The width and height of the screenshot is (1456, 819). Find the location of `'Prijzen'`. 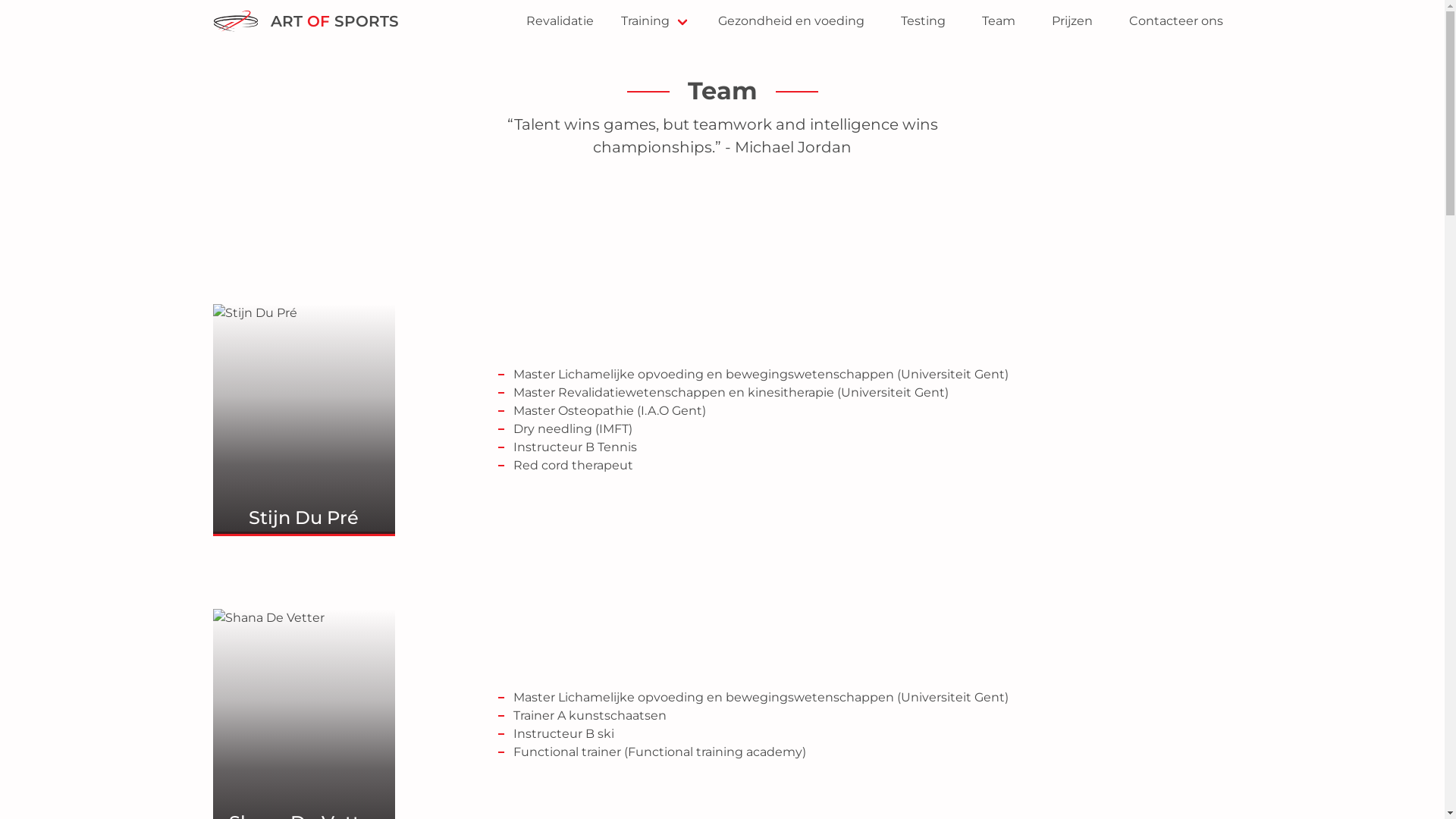

'Prijzen' is located at coordinates (1070, 20).